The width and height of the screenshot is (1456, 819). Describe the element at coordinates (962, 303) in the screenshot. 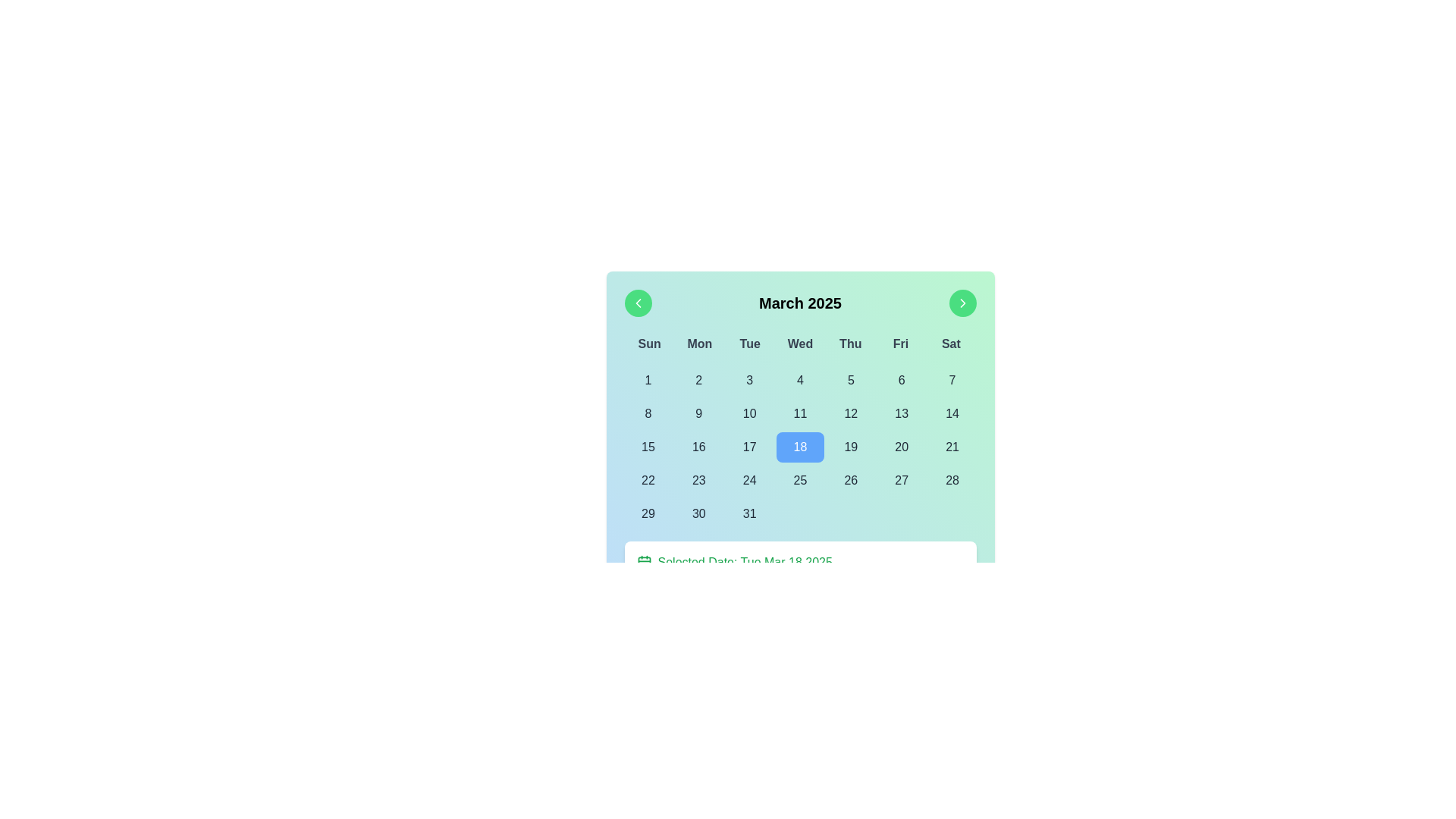

I see `the circular green button with a white triangular chevron pointing to the right` at that location.